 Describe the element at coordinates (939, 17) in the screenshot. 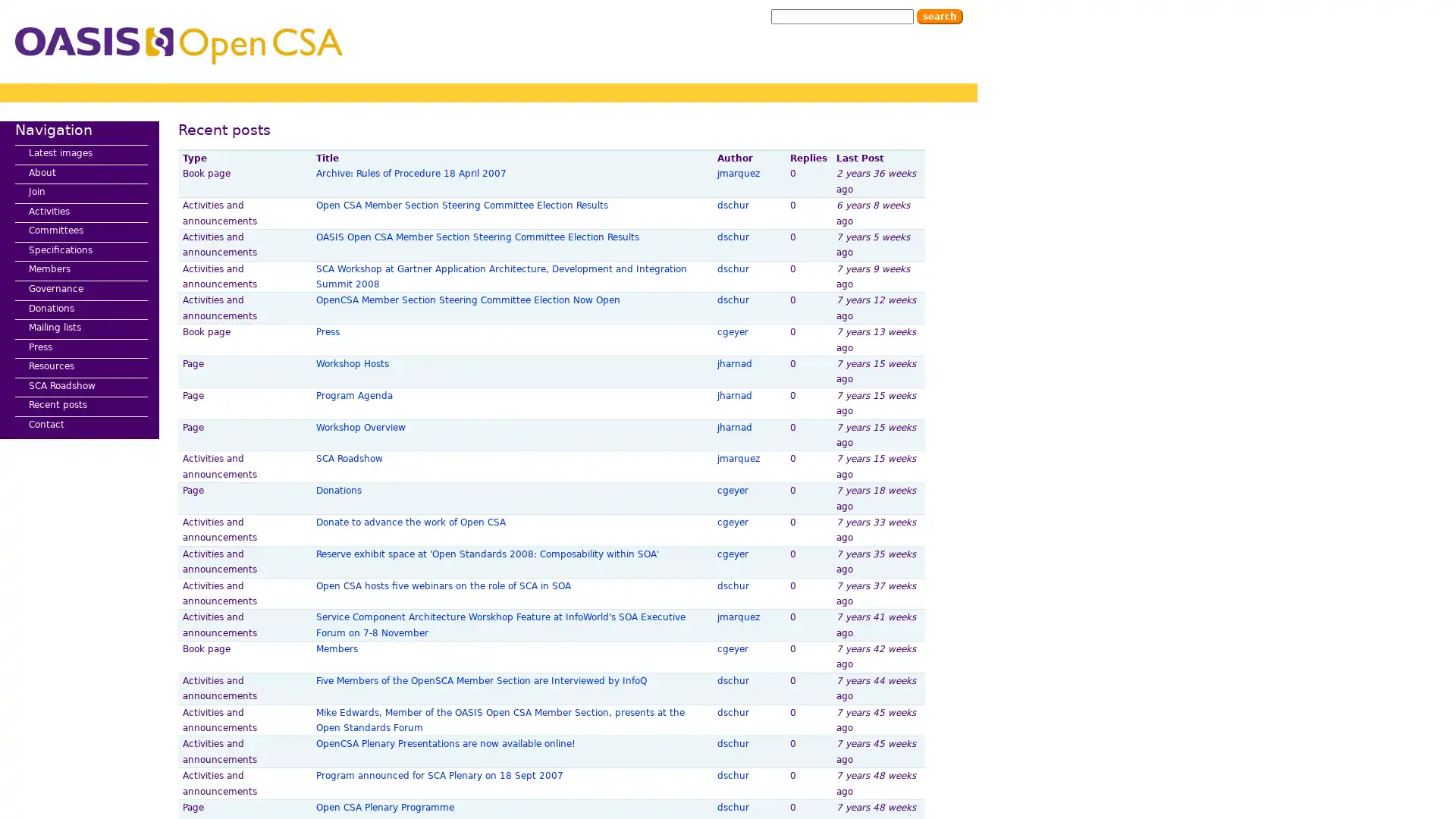

I see `Search` at that location.